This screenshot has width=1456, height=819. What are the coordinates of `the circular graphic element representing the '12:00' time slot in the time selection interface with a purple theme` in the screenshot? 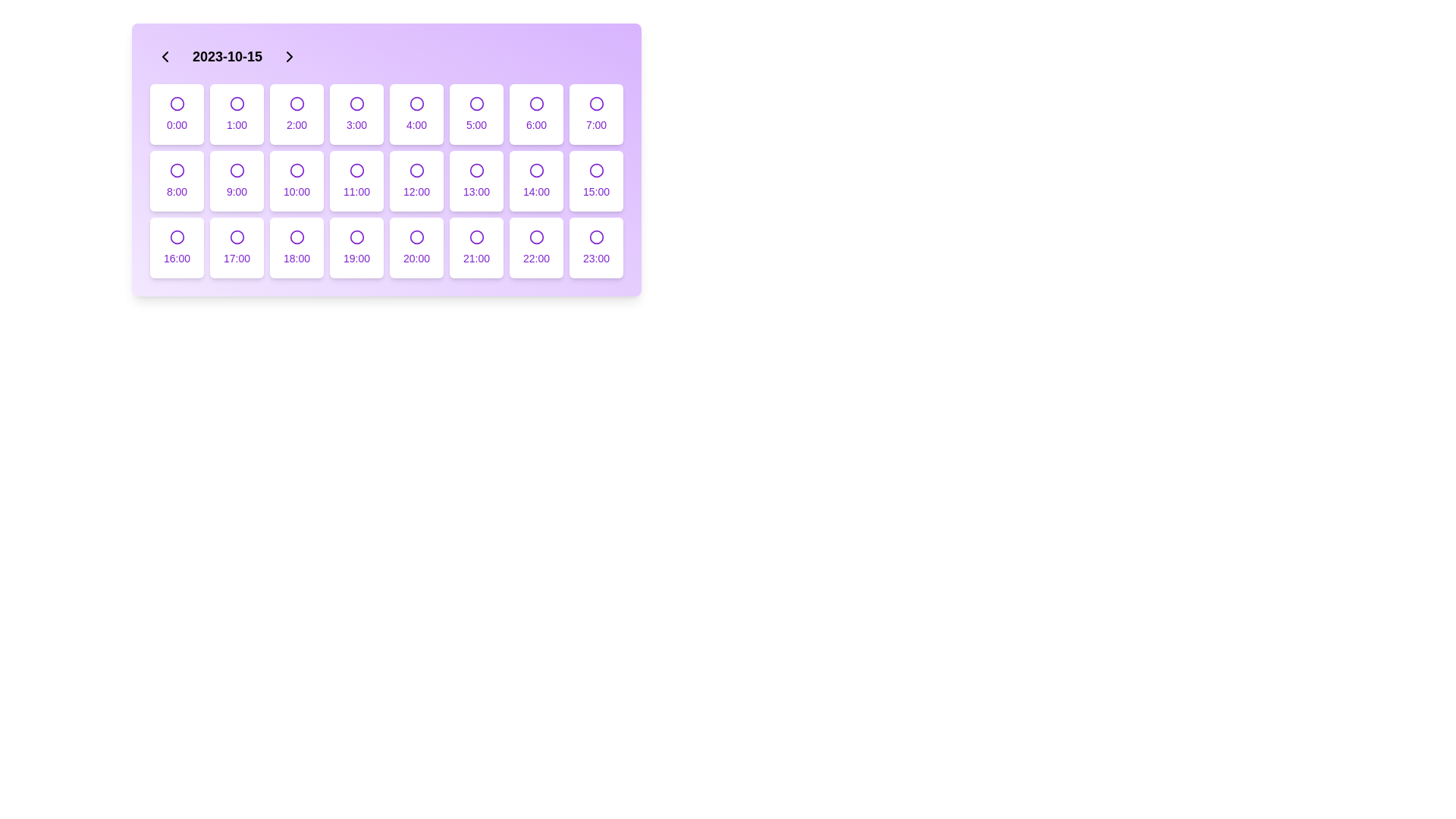 It's located at (416, 170).